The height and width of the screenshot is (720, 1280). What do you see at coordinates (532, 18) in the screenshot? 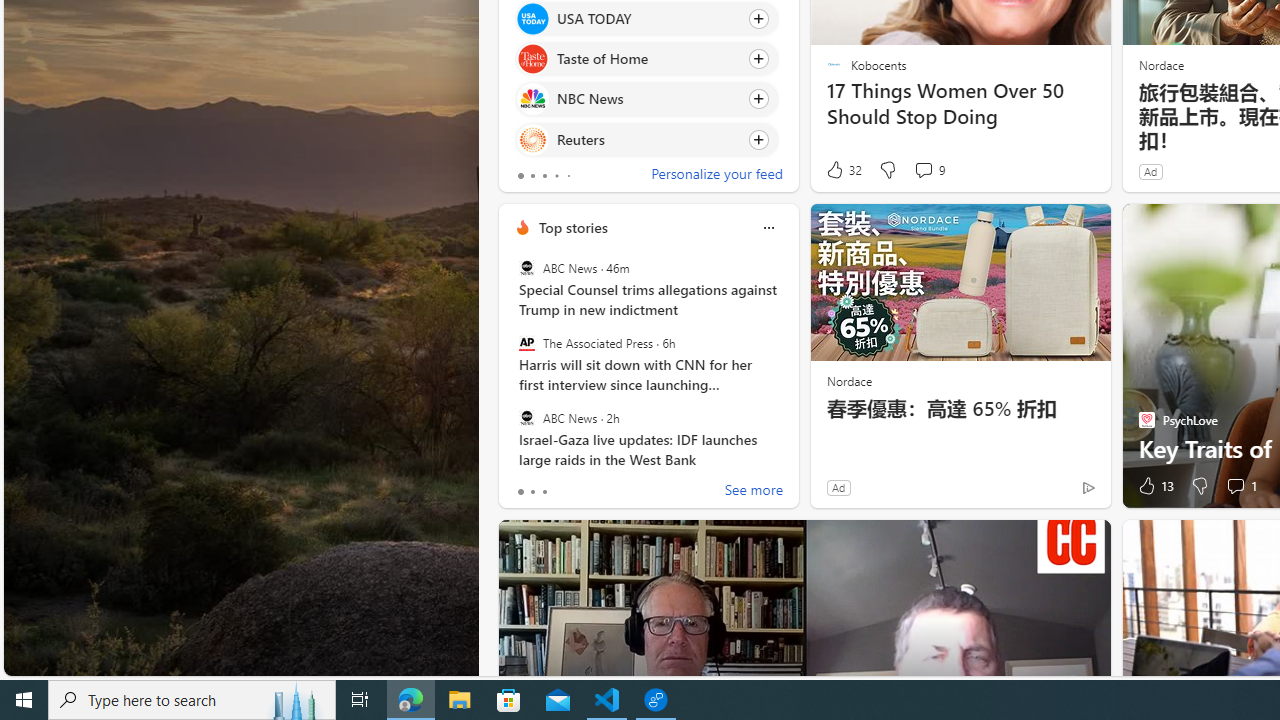
I see `'USA TODAY'` at bounding box center [532, 18].